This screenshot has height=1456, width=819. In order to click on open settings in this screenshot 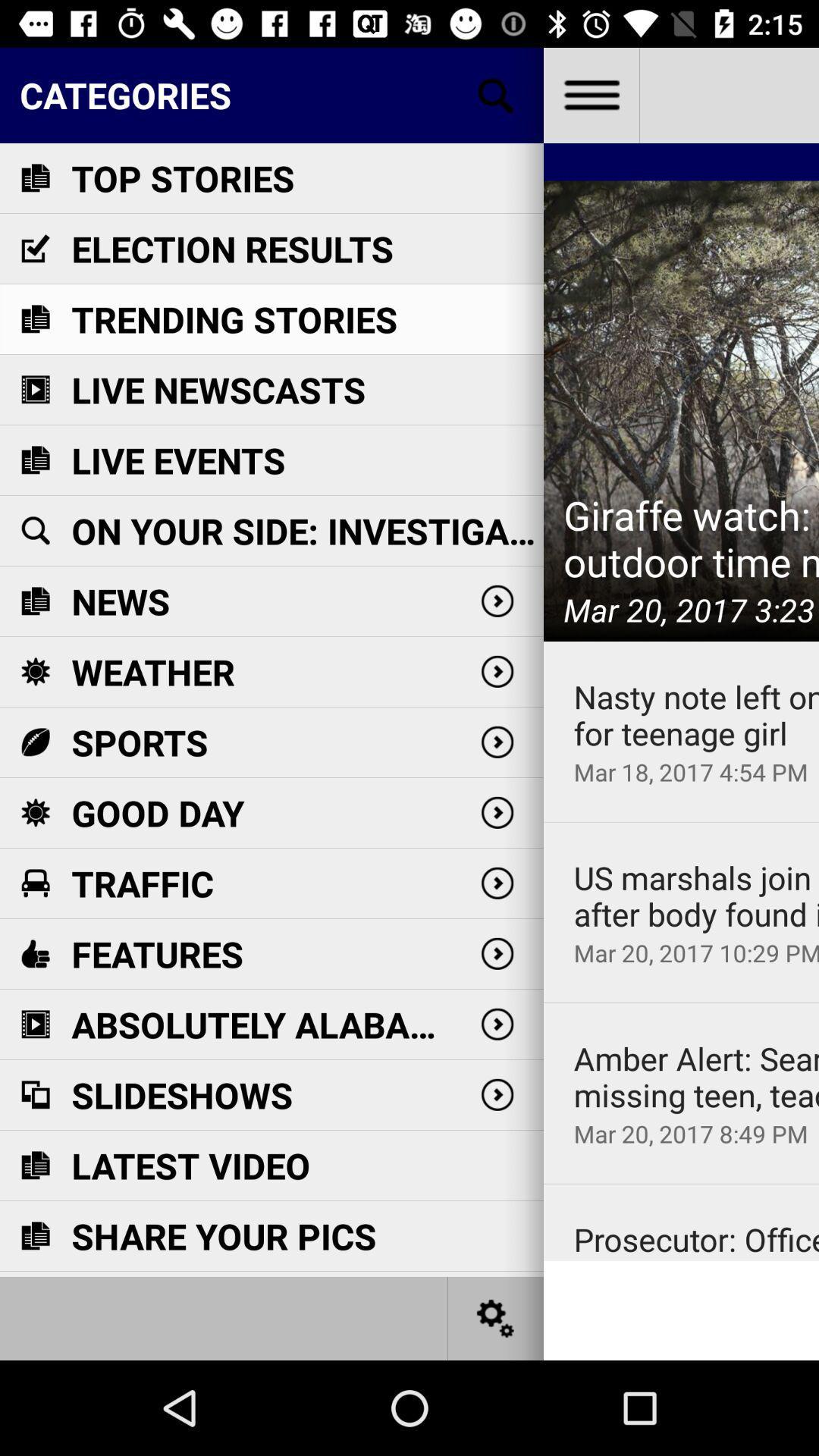, I will do `click(496, 1317)`.